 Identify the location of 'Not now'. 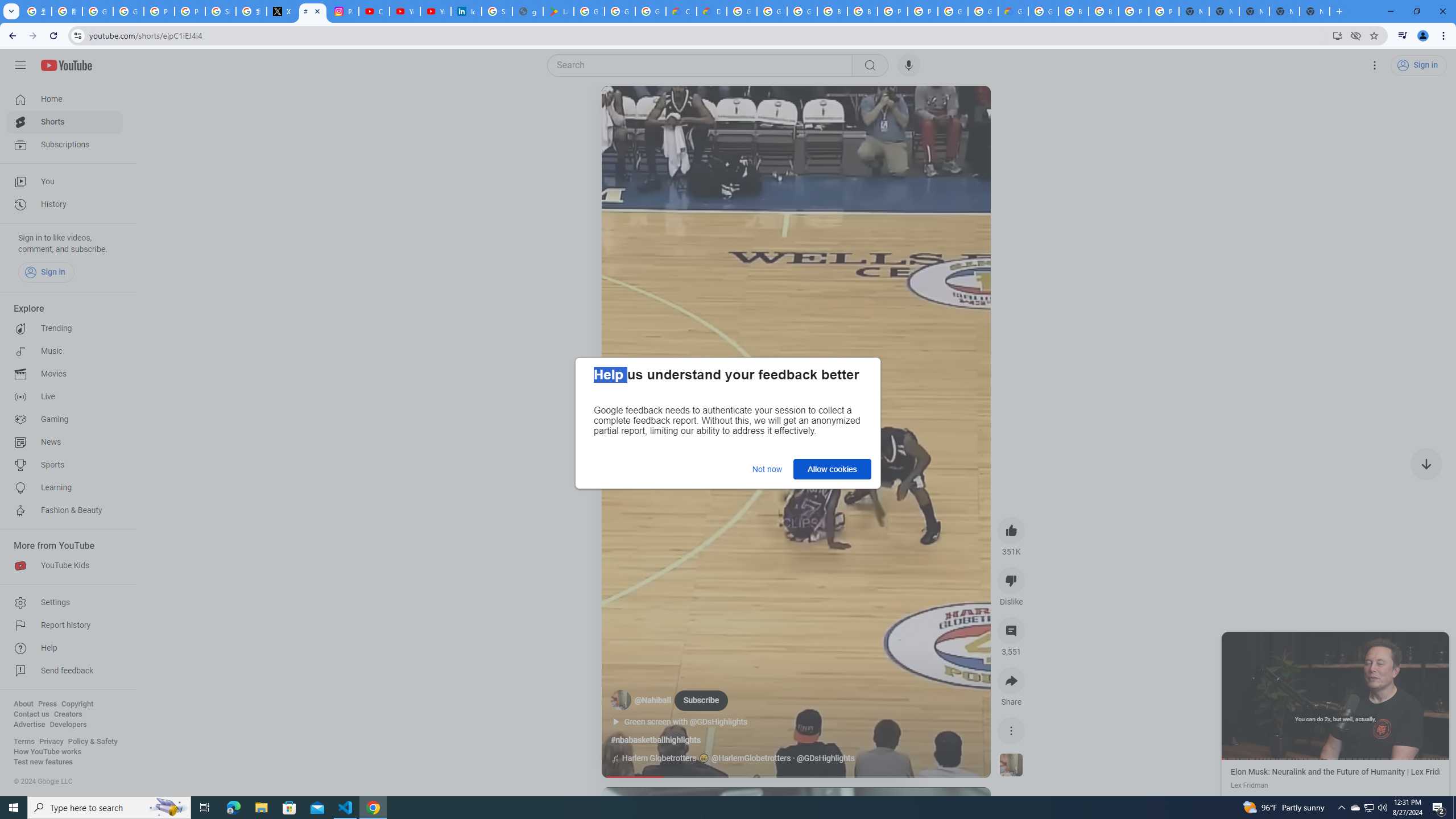
(767, 468).